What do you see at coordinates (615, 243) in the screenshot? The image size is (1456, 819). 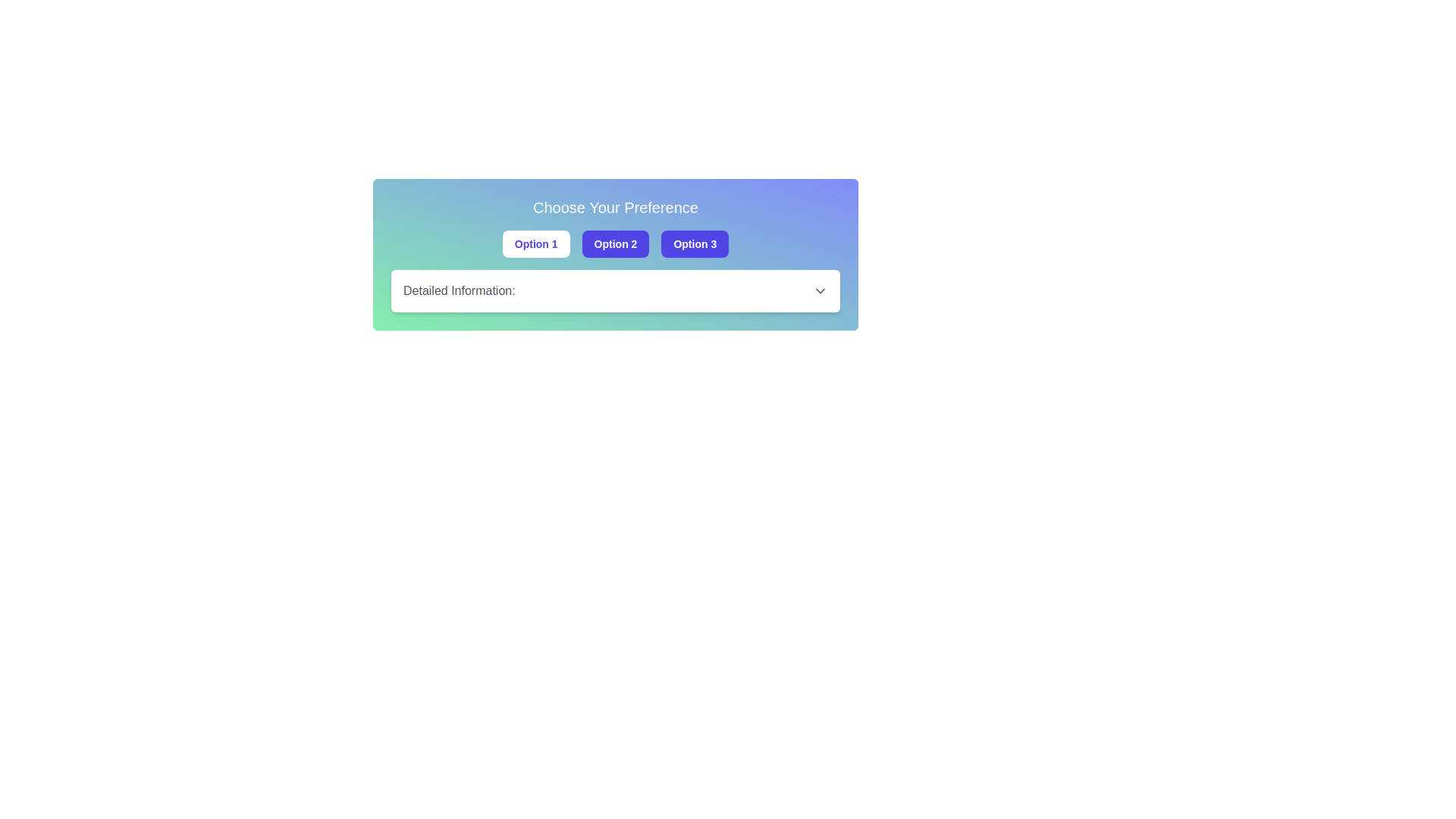 I see `the central button of the selectable option group labeled 'Option 2'` at bounding box center [615, 243].